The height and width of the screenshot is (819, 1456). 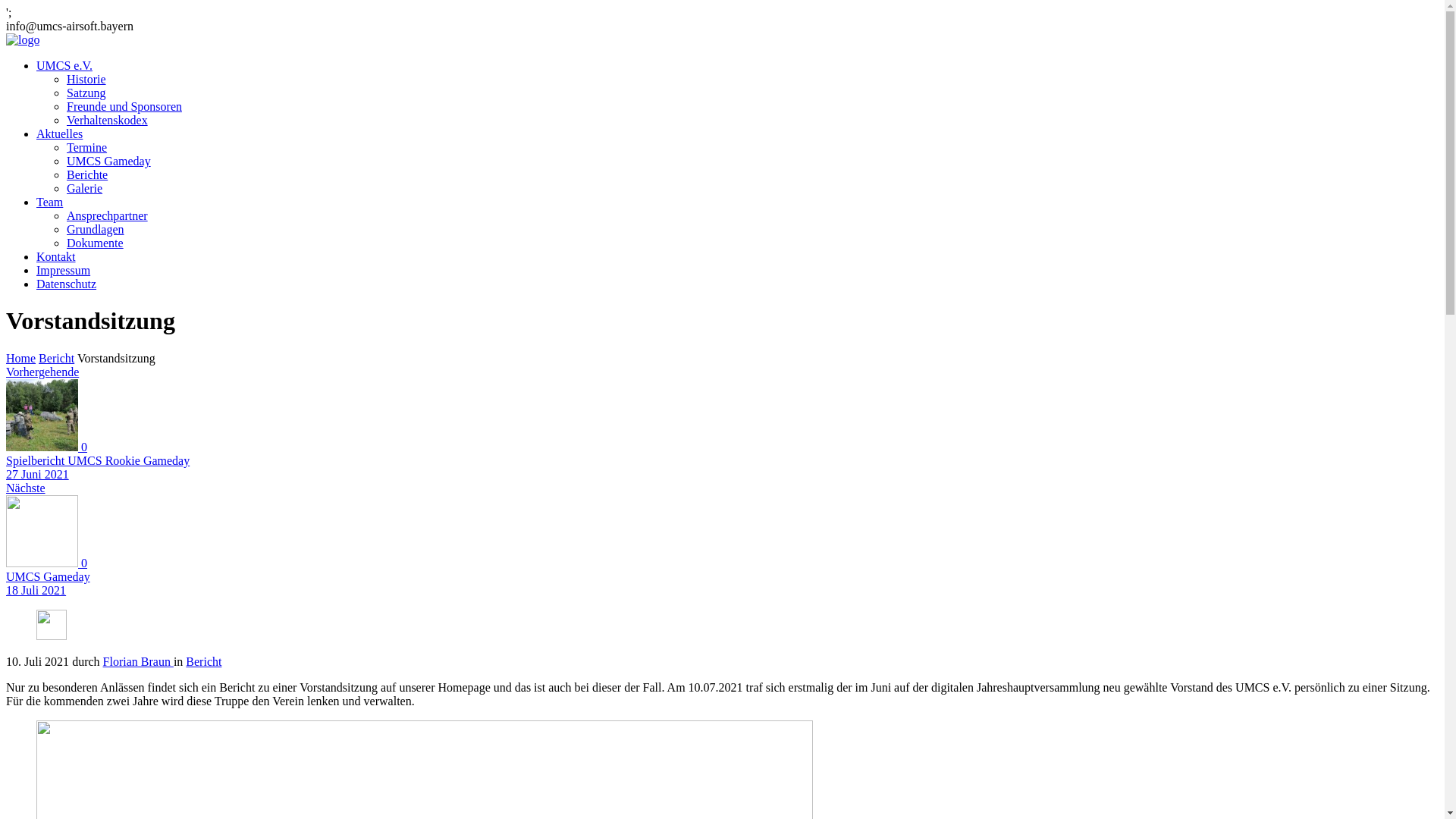 I want to click on 'Kontakt', so click(x=55, y=256).